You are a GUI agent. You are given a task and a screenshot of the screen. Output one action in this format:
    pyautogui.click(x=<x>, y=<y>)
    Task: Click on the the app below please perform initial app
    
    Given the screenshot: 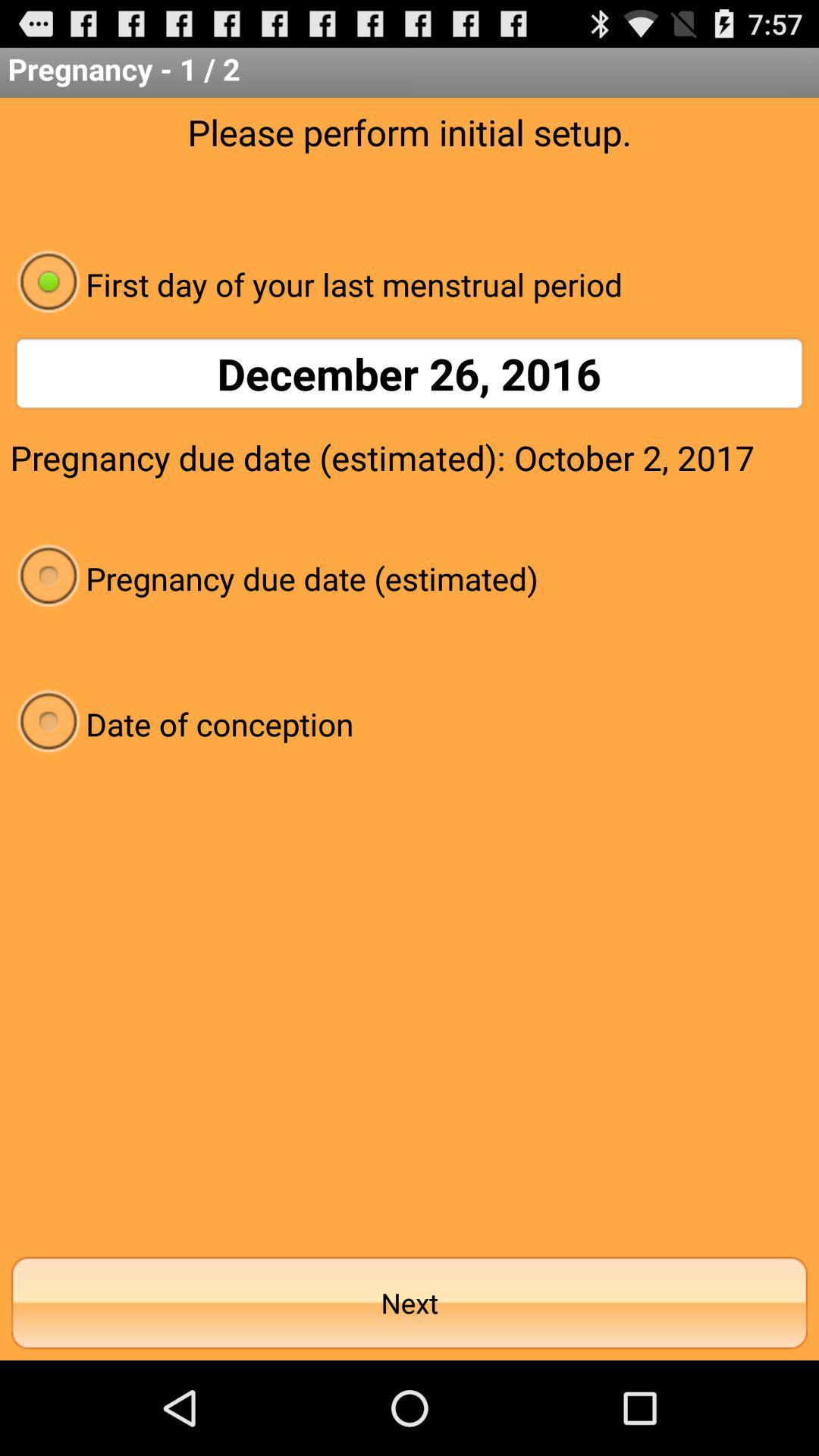 What is the action you would take?
    pyautogui.click(x=409, y=284)
    